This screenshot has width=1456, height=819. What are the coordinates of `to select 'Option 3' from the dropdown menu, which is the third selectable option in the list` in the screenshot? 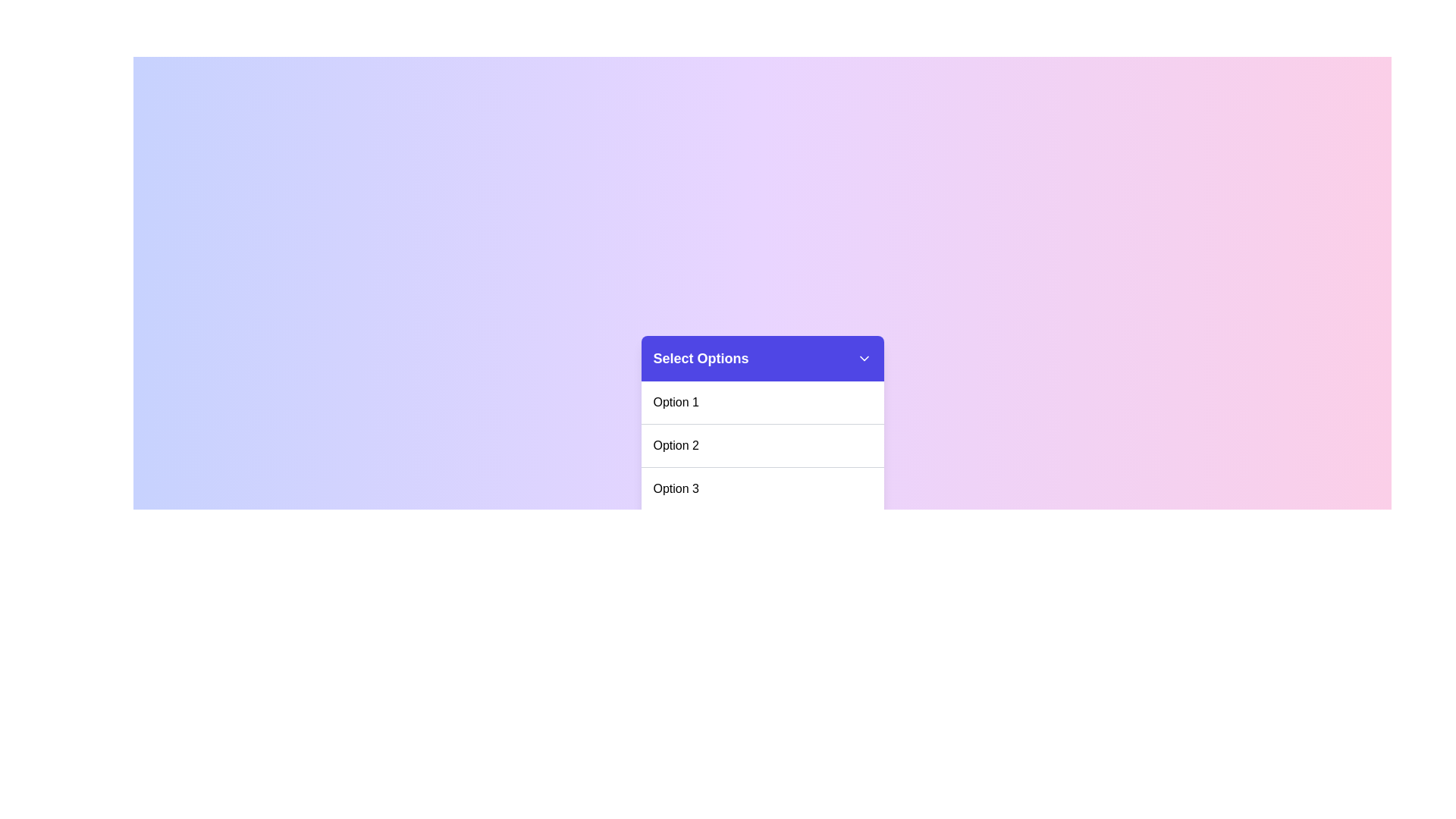 It's located at (675, 488).